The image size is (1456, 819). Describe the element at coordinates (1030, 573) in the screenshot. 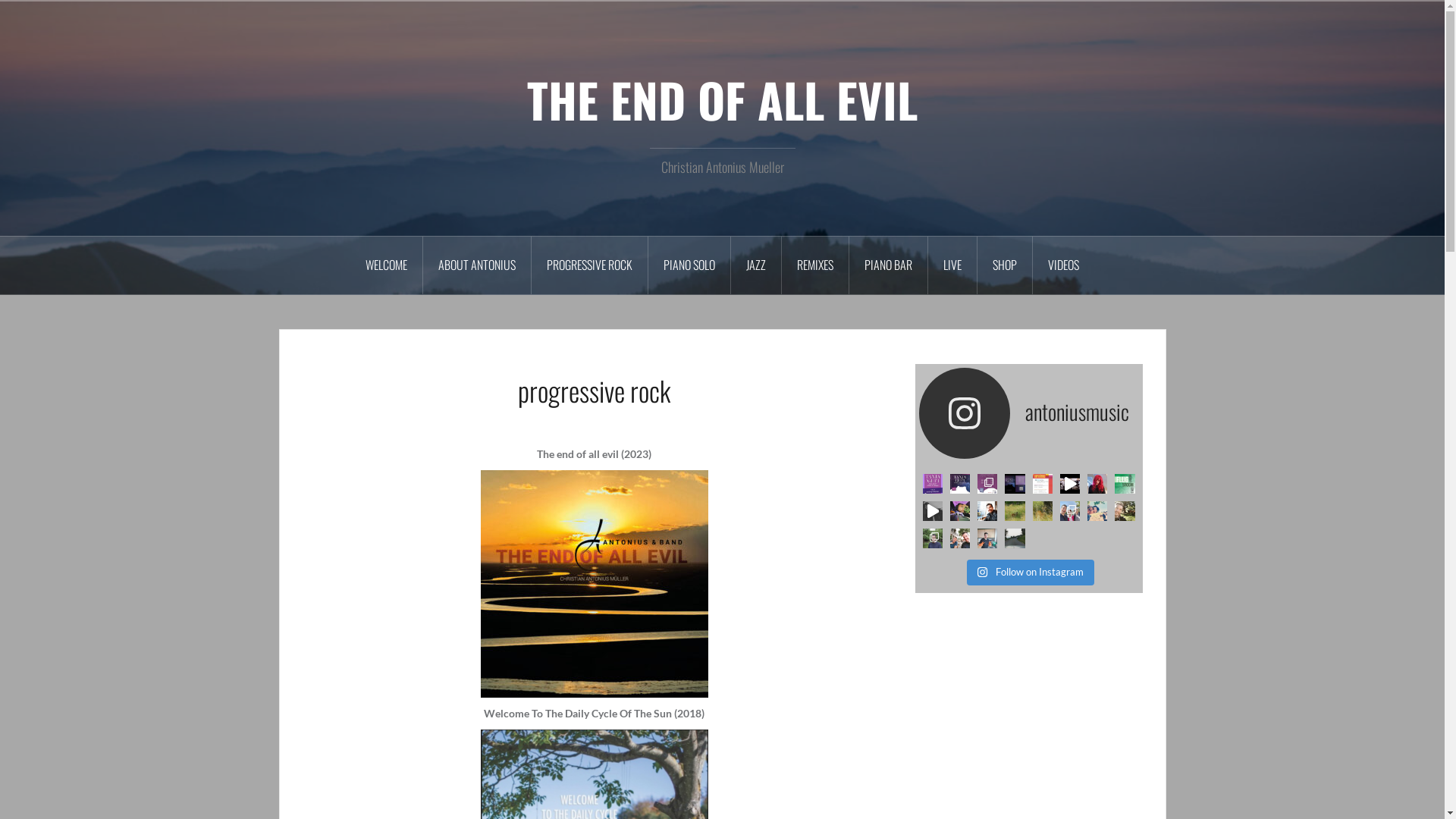

I see `'Follow on Instagram'` at that location.